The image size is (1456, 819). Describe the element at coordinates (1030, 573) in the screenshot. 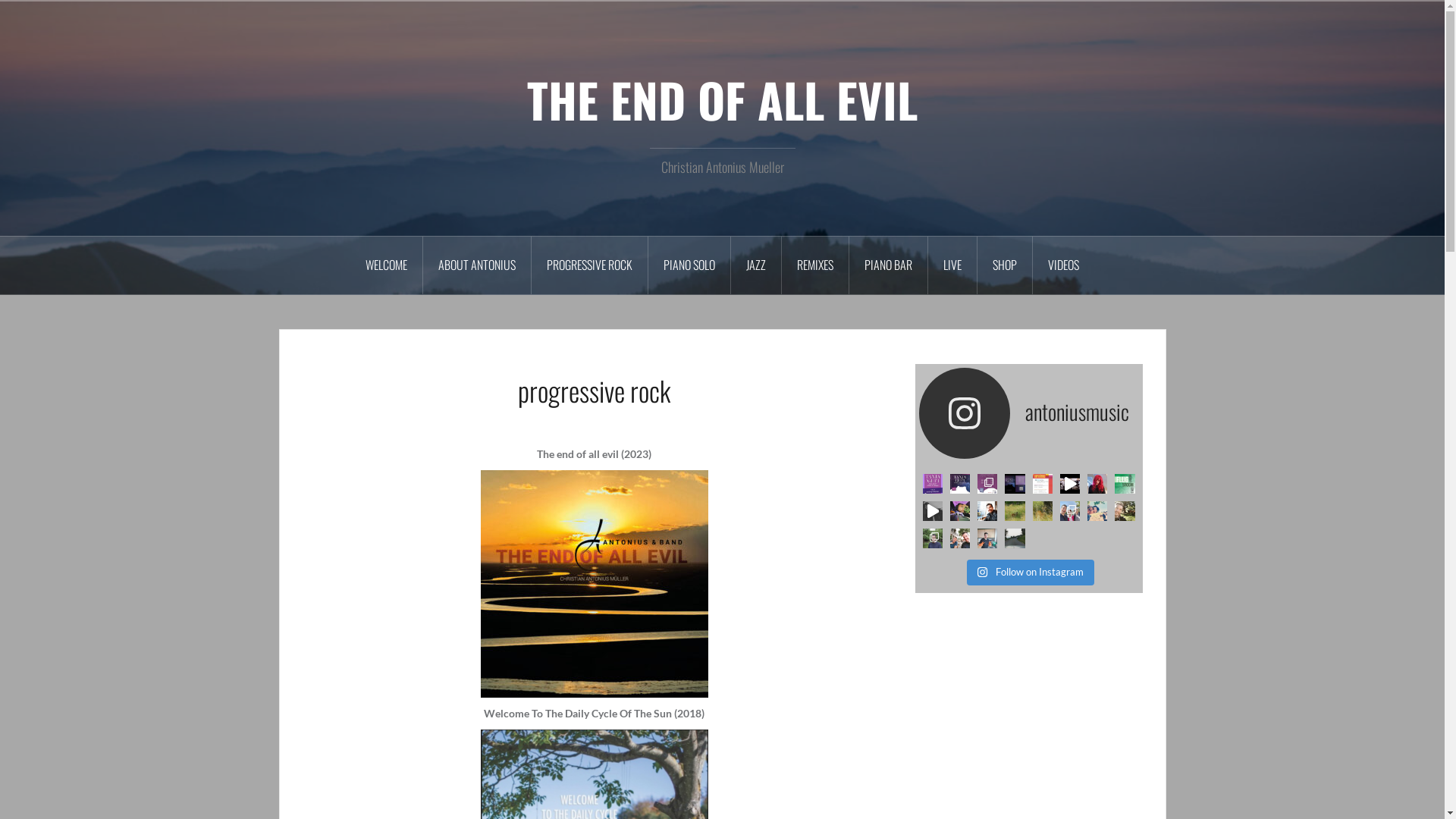

I see `'Follow on Instagram'` at that location.